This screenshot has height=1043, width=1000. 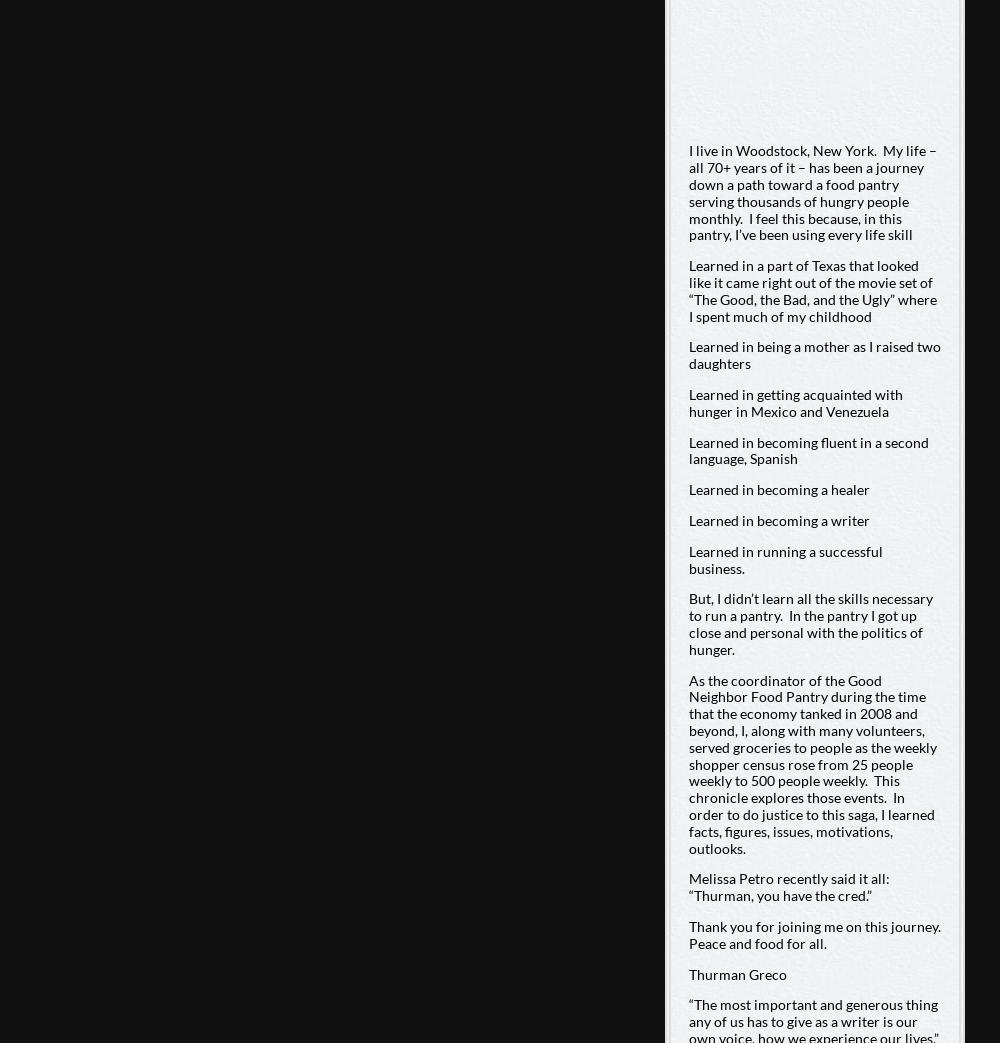 What do you see at coordinates (812, 191) in the screenshot?
I see `'I live in Woodstock, New York.  My life – all 70+ years of it – has been a journey down a path toward a food pantry serving thousands of hungry people monthly.  I feel this because, in this pantry, I’ve been using every life skill'` at bounding box center [812, 191].